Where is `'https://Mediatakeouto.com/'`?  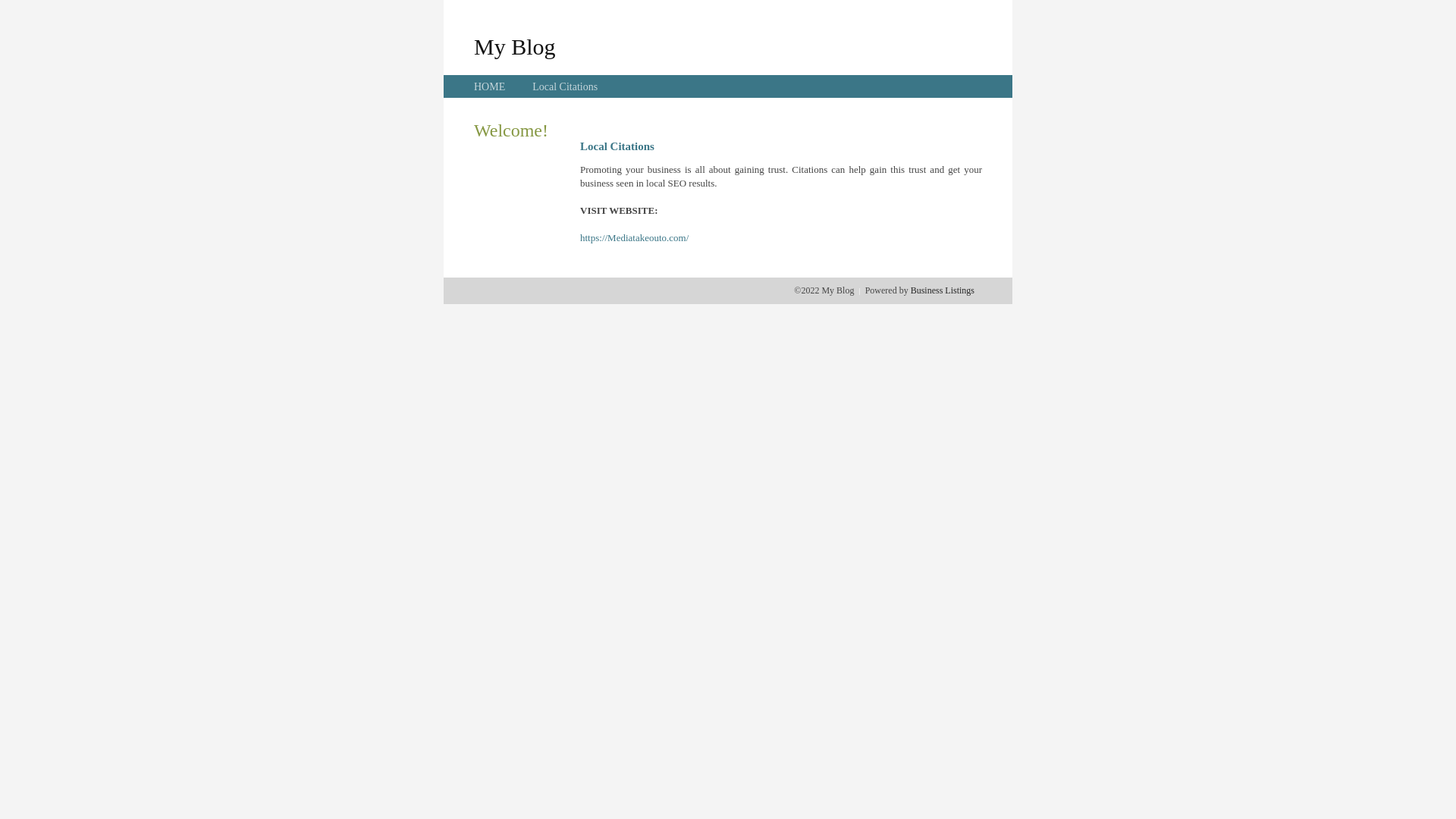 'https://Mediatakeouto.com/' is located at coordinates (634, 237).